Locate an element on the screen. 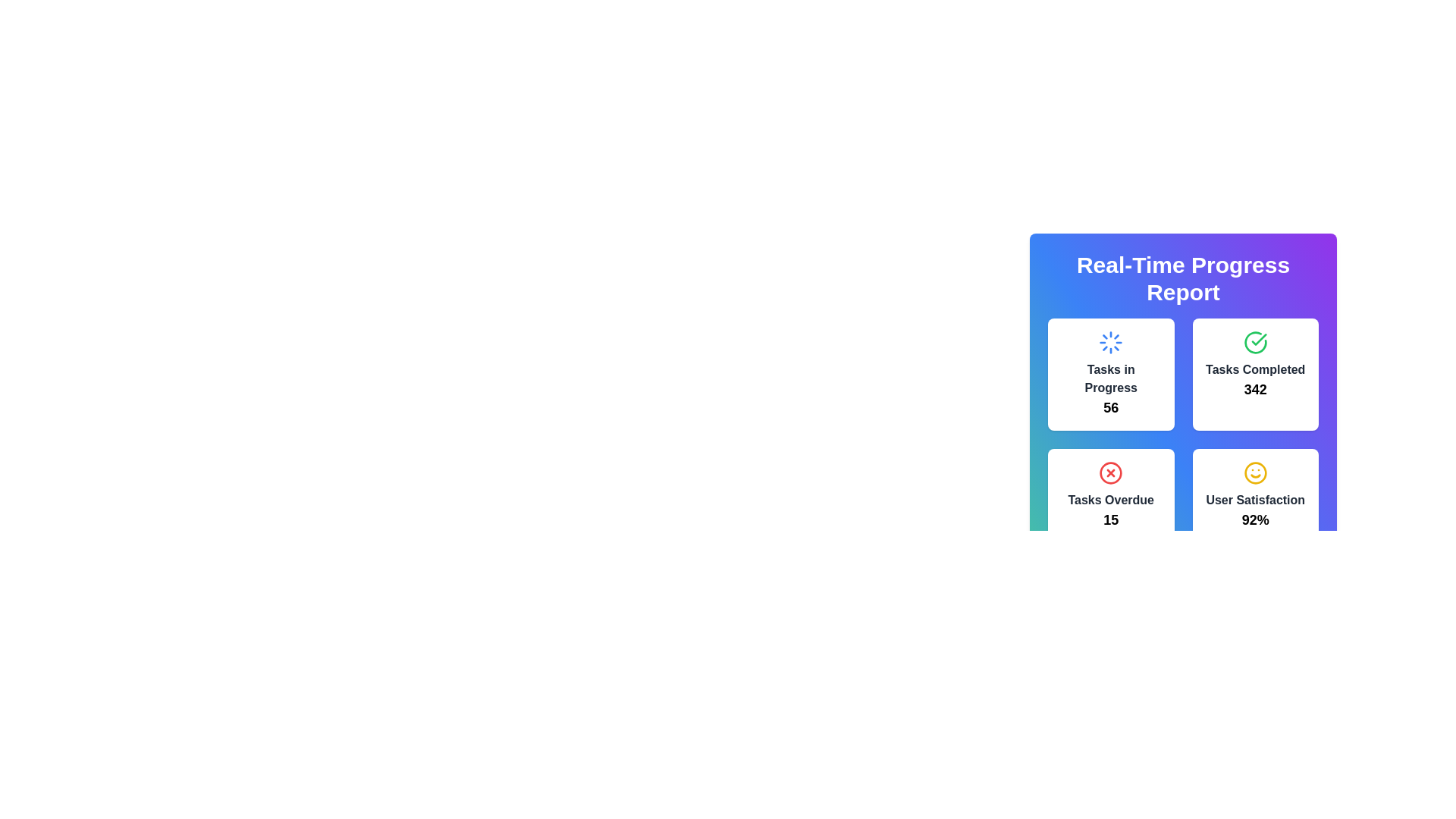 Image resolution: width=1456 pixels, height=819 pixels. the smiley face icon representing user satisfaction located in the bottom-right section of the 'Real-Time Progress Report' card, beneath the title 'User Satisfaction' and adjacent to the numeric label '92%.' is located at coordinates (1255, 472).